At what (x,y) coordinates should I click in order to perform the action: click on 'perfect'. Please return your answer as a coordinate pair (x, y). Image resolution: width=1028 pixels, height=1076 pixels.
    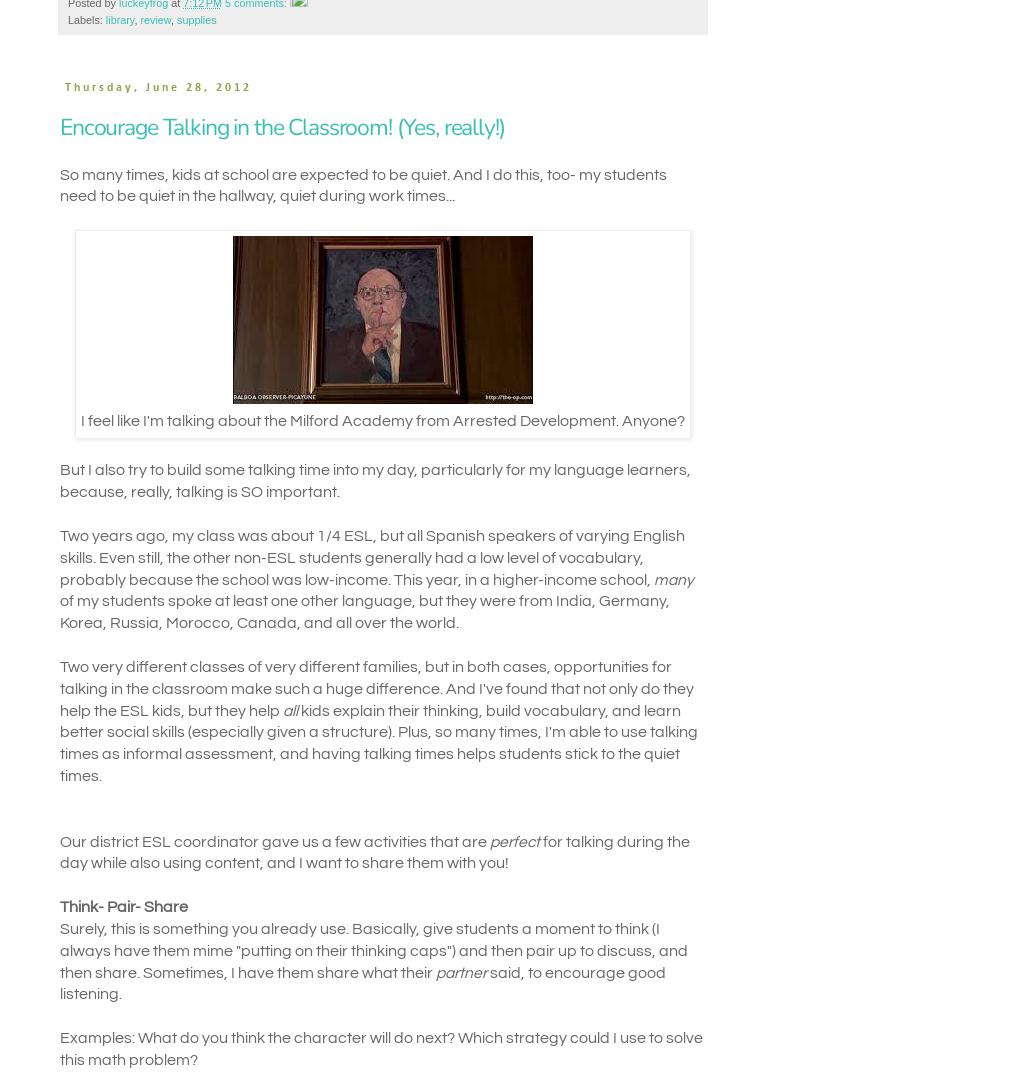
    Looking at the image, I should click on (489, 840).